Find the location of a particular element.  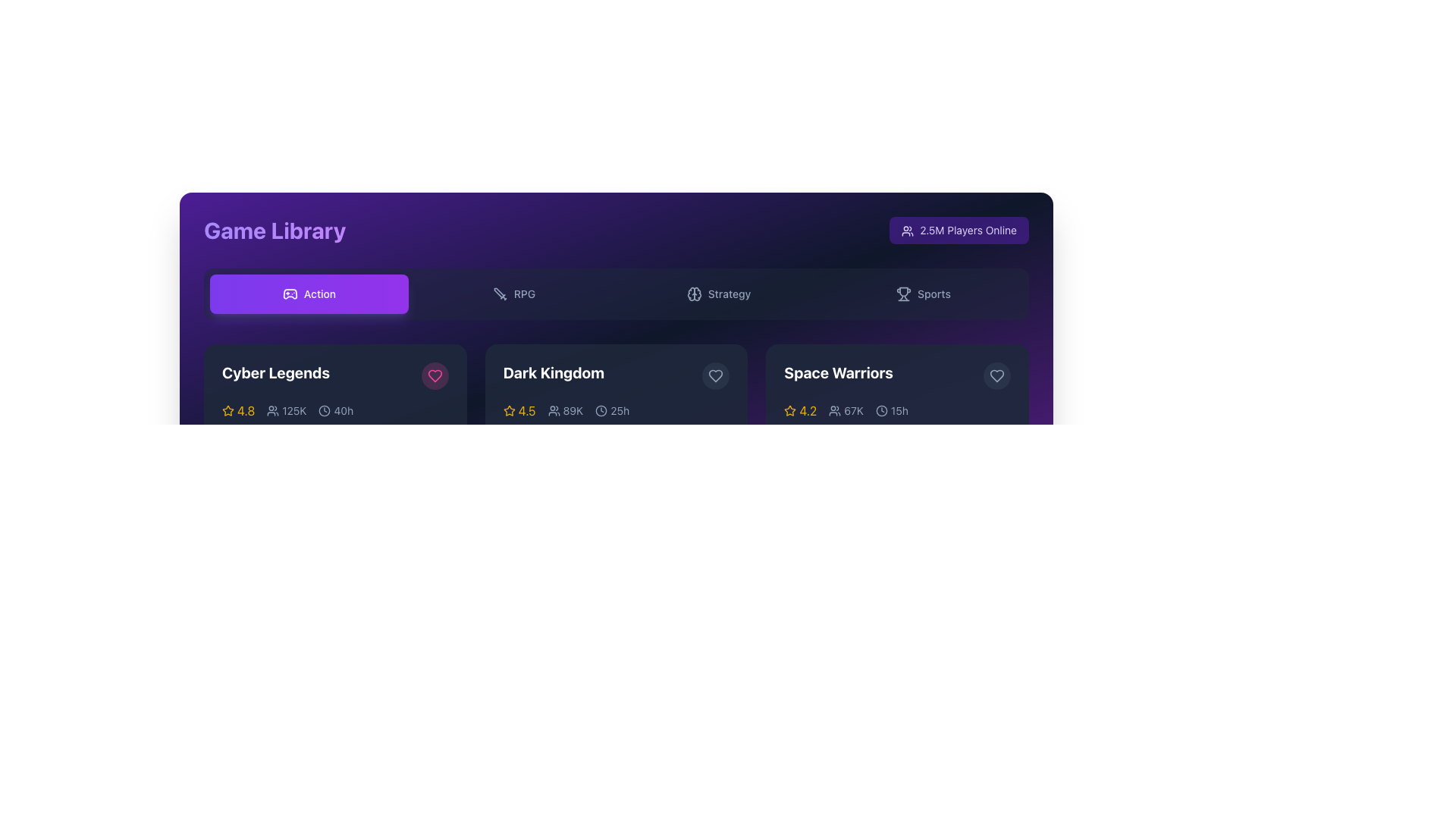

the design of the icon located in the toolbar on the left side, representing a category or functionality related to gaming or interactivity is located at coordinates (290, 294).